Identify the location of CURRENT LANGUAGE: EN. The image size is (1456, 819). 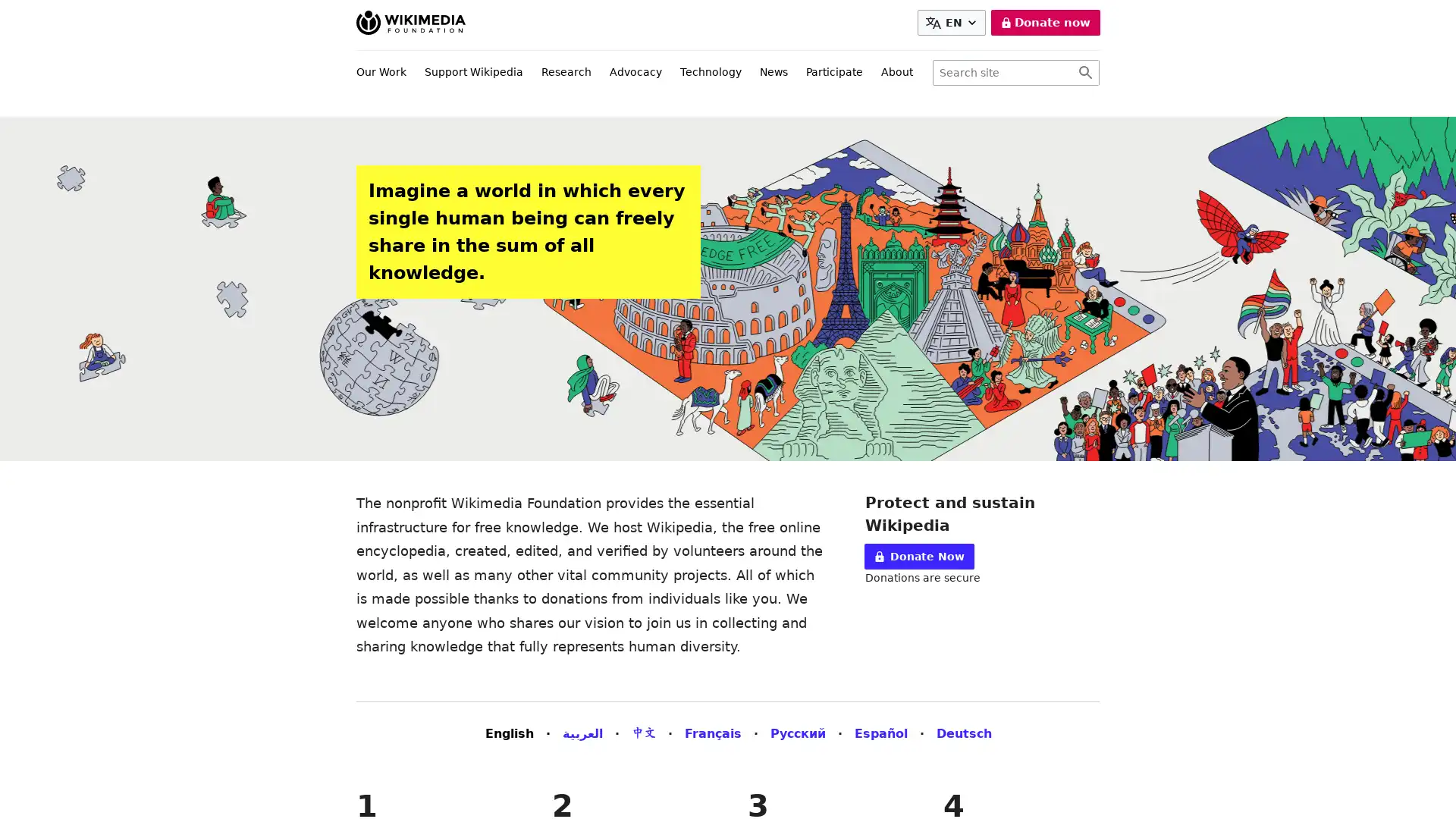
(953, 23).